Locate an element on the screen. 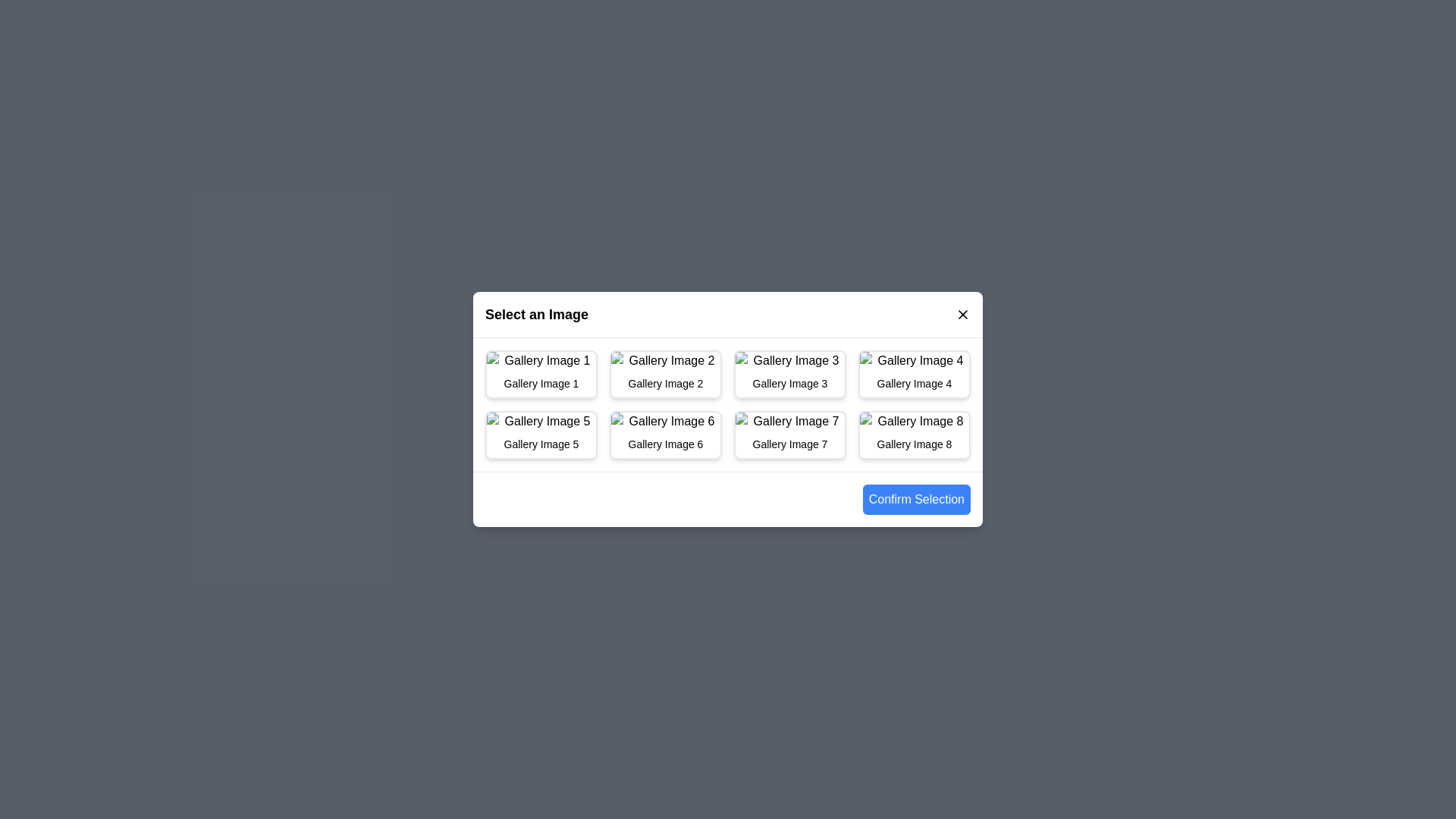 The height and width of the screenshot is (819, 1456). the close button in the header to close the dialog is located at coordinates (962, 314).